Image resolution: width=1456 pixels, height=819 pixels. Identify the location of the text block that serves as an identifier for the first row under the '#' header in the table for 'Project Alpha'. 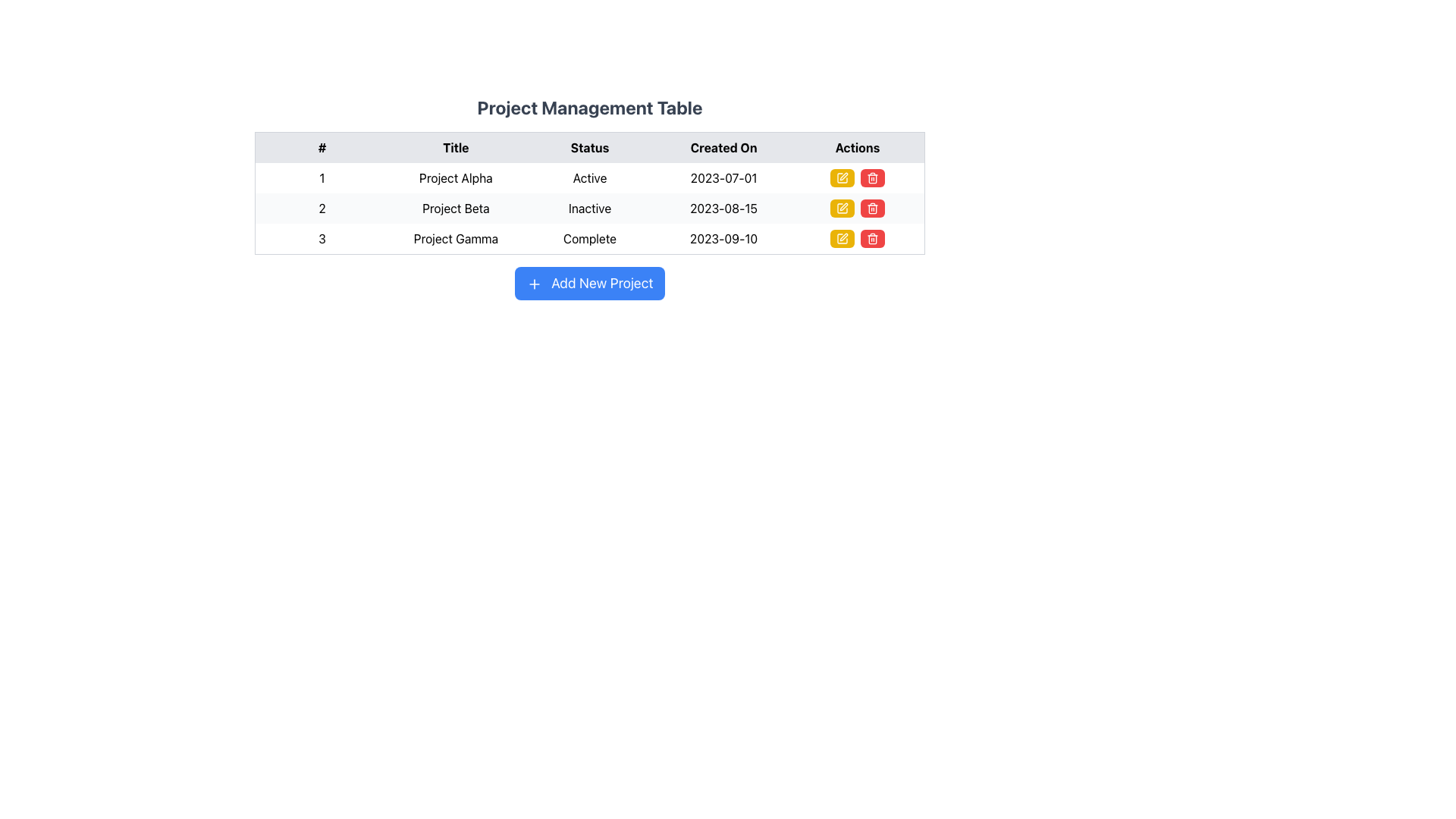
(321, 177).